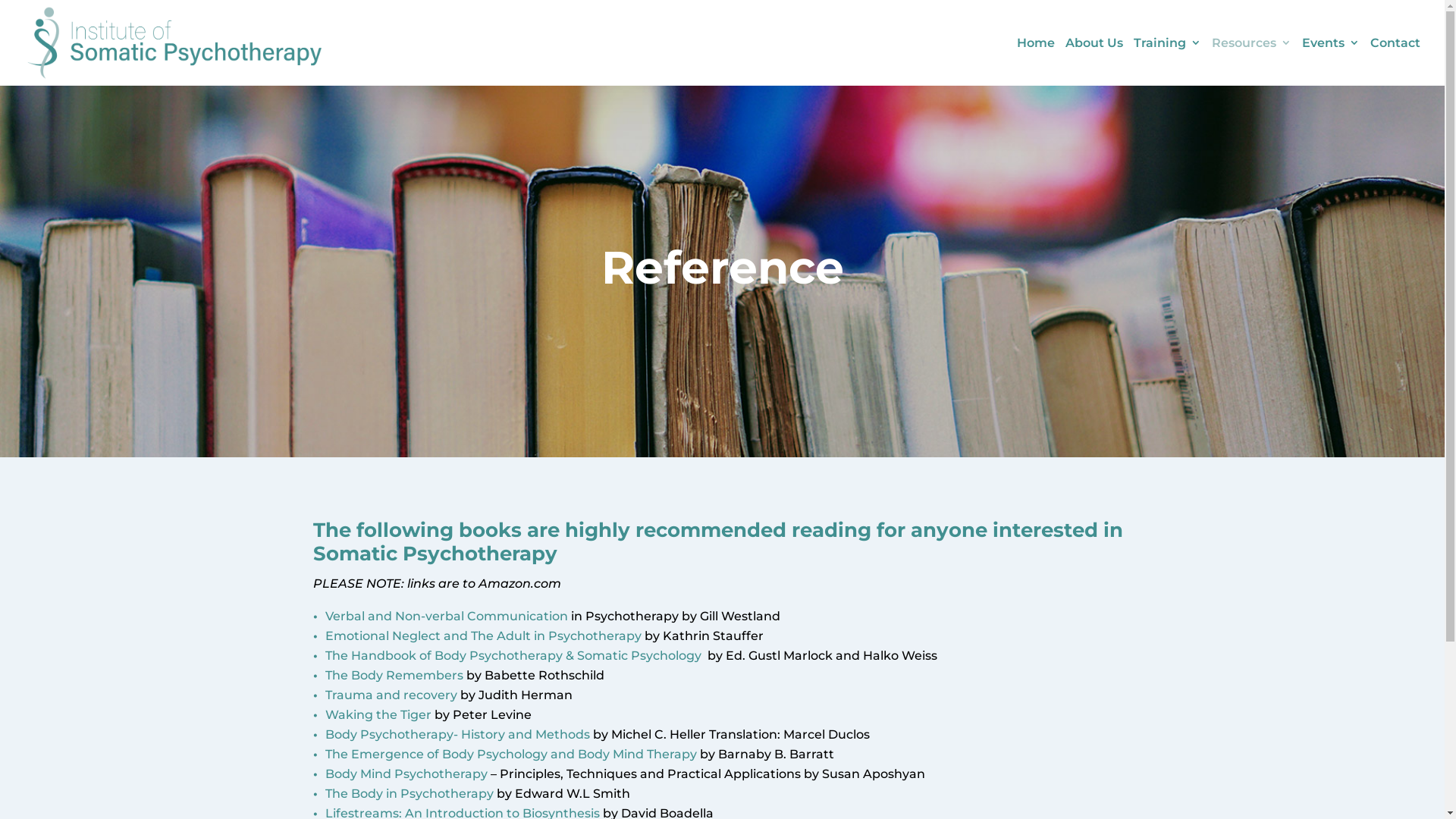 The width and height of the screenshot is (1456, 819). Describe the element at coordinates (323, 714) in the screenshot. I see `'Waking the Tiger'` at that location.